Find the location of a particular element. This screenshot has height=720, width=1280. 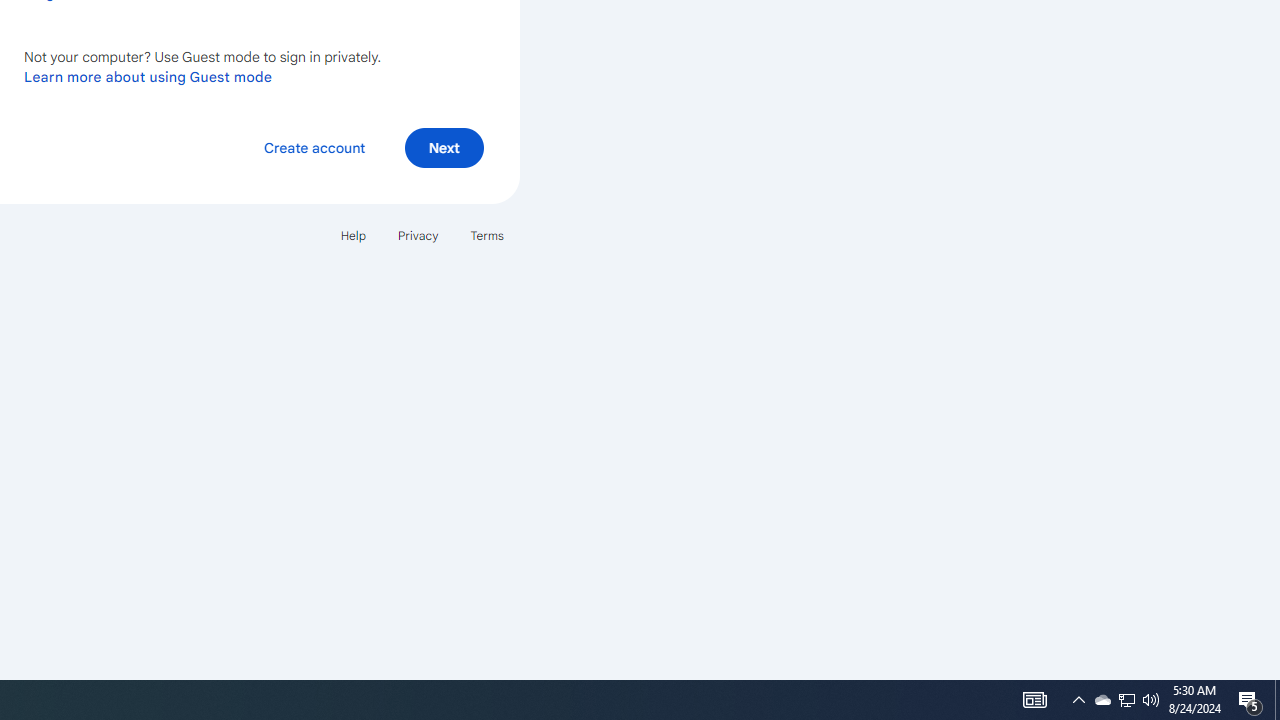

'Create account' is located at coordinates (313, 146).